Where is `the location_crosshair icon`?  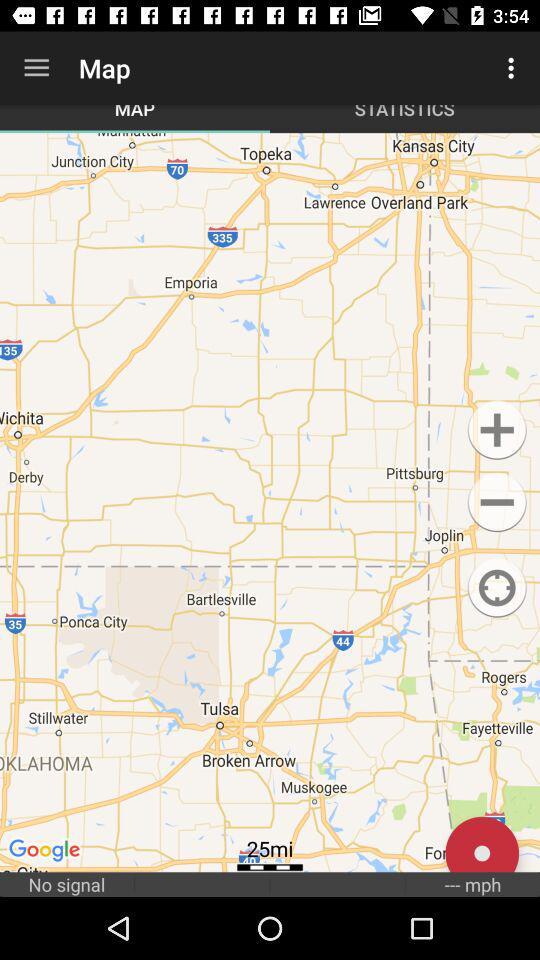
the location_crosshair icon is located at coordinates (496, 588).